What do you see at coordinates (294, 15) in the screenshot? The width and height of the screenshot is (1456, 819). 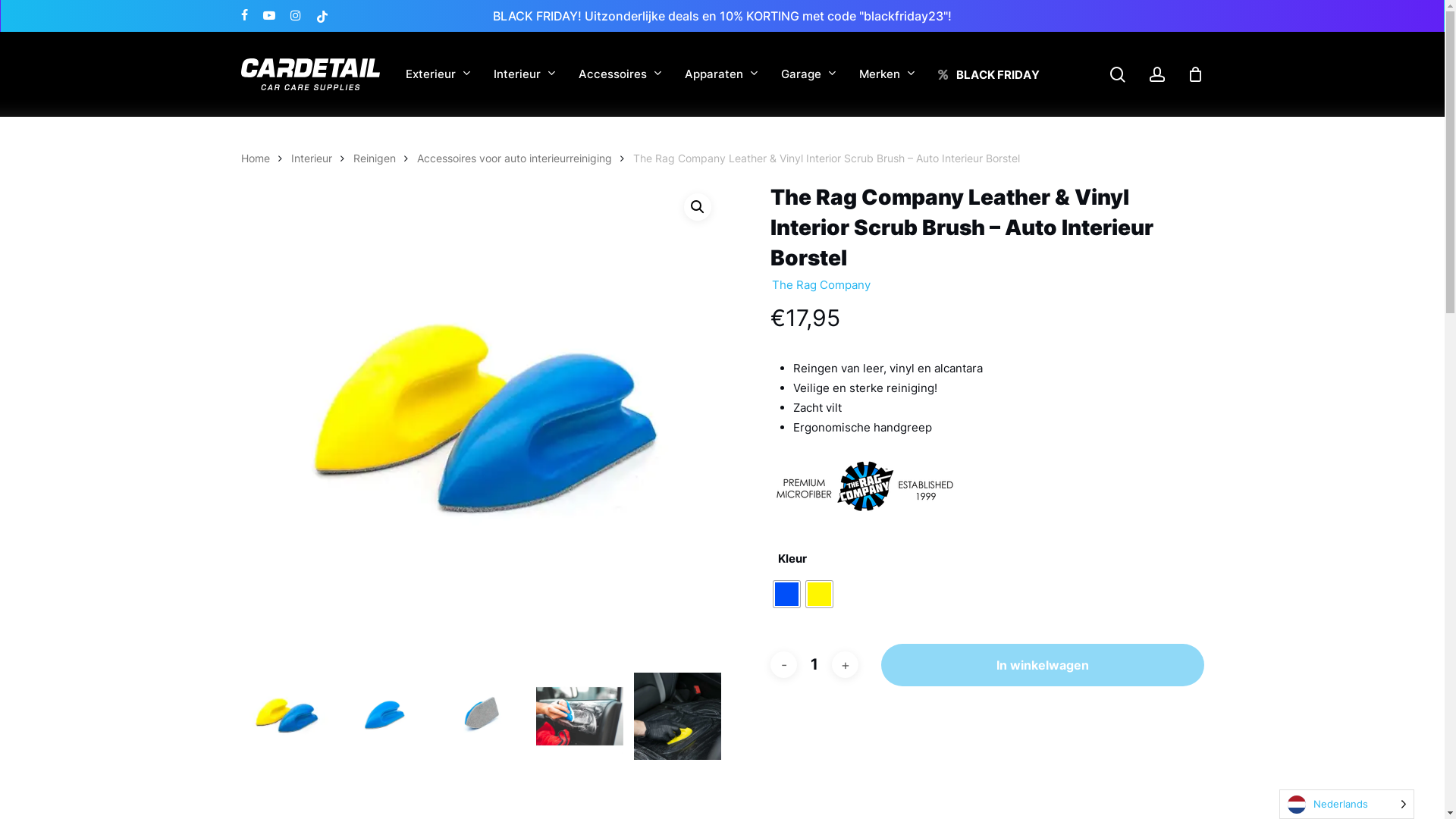 I see `'instagram'` at bounding box center [294, 15].